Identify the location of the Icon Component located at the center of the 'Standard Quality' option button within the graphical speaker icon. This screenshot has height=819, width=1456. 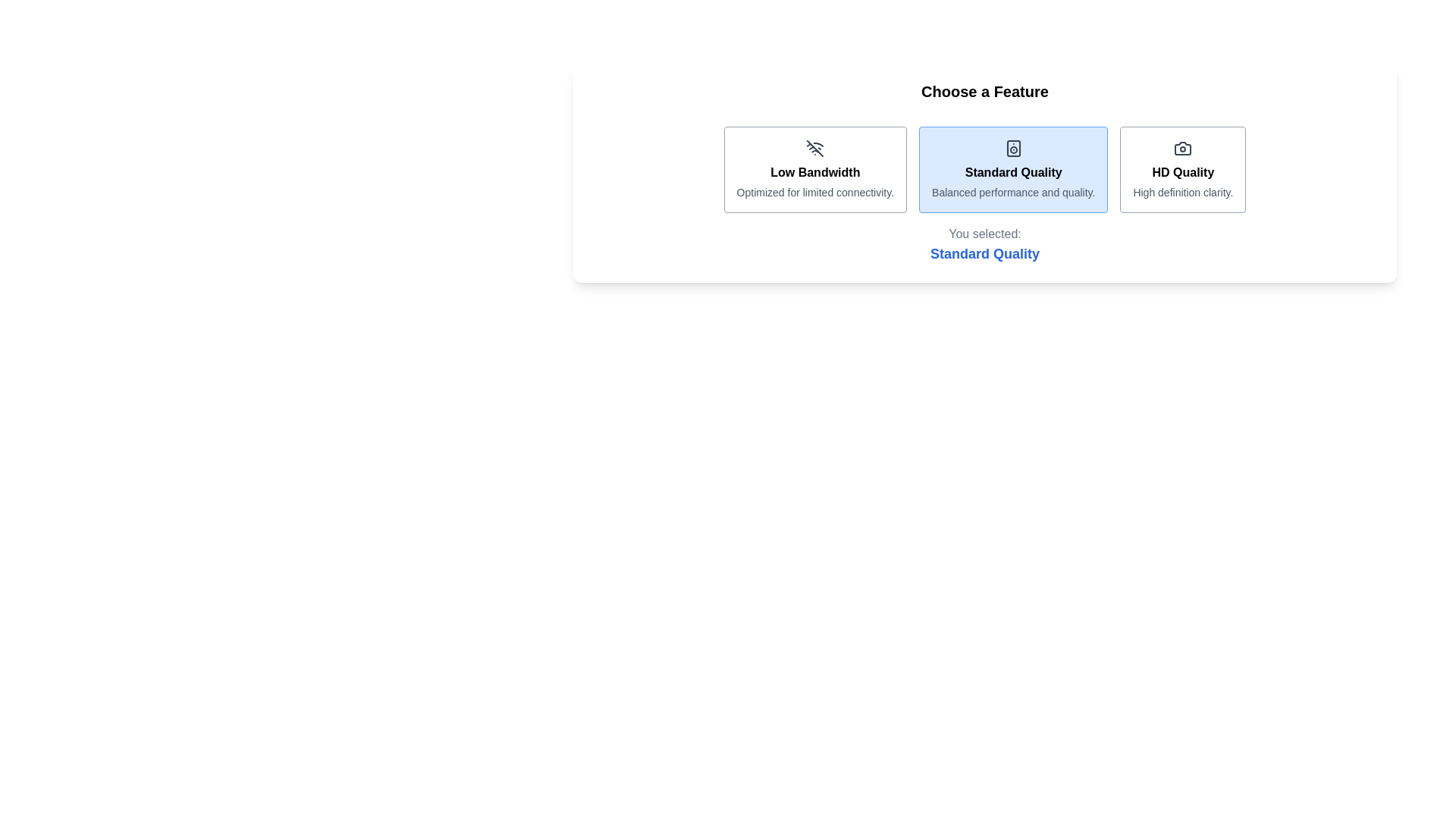
(1013, 149).